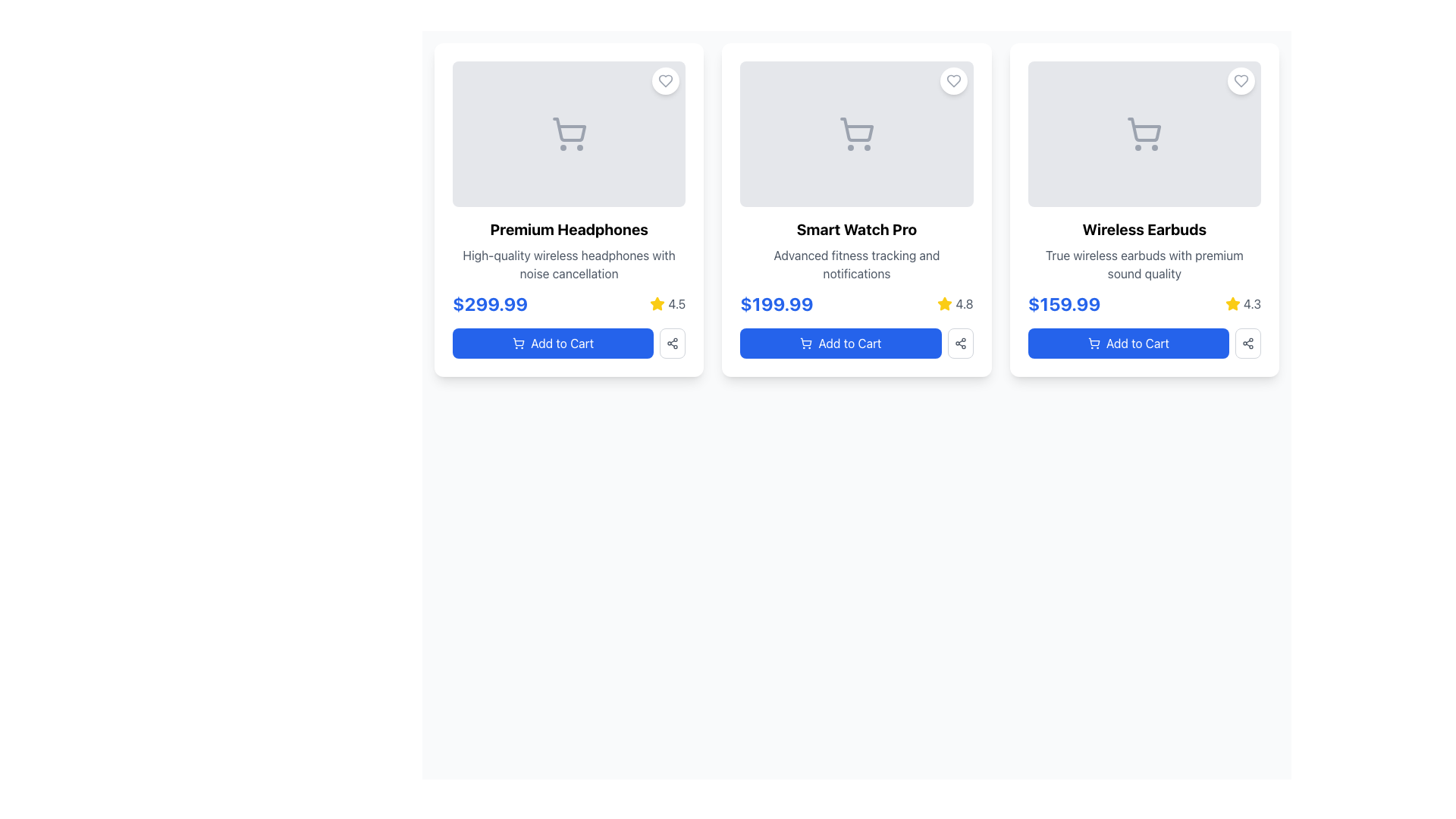 This screenshot has width=1456, height=819. What do you see at coordinates (1248, 343) in the screenshot?
I see `the share icon located in the bottom-right portion of the wireless earbuds product card` at bounding box center [1248, 343].